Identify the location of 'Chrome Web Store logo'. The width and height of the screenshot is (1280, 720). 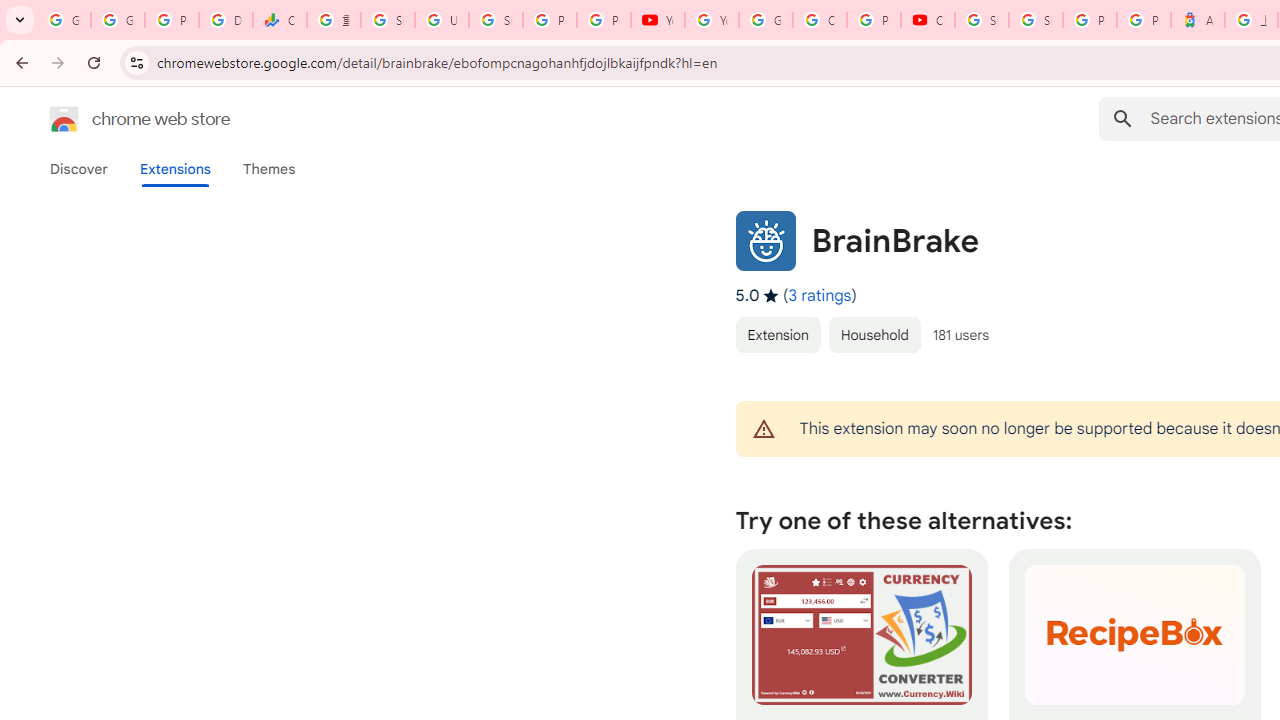
(64, 119).